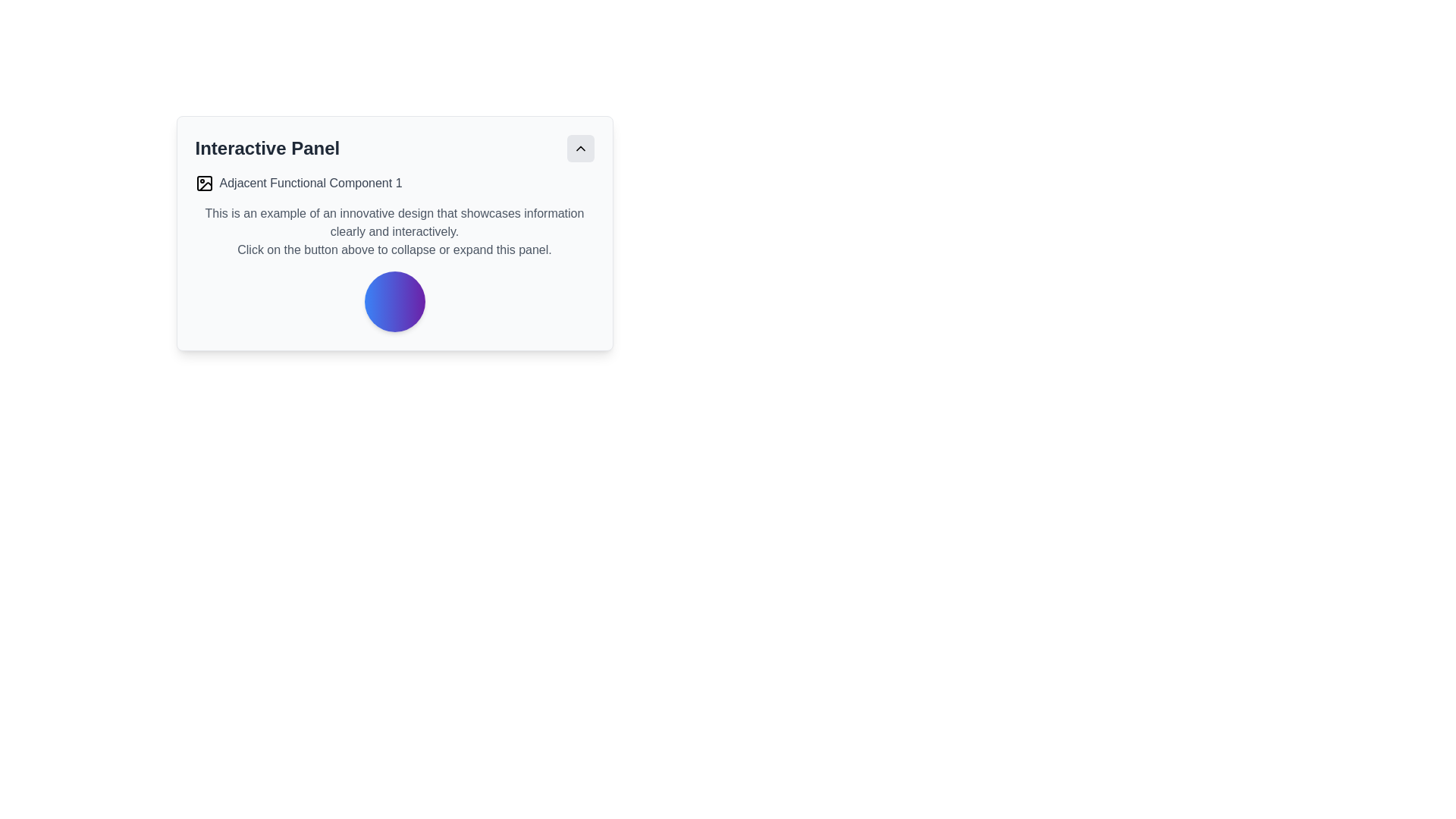 The image size is (1456, 819). I want to click on the multiline text block that describes an innovative design and provides instructions to interact with the panel above, located centrally within the card below the heading 'Interactive Panel', so click(394, 231).